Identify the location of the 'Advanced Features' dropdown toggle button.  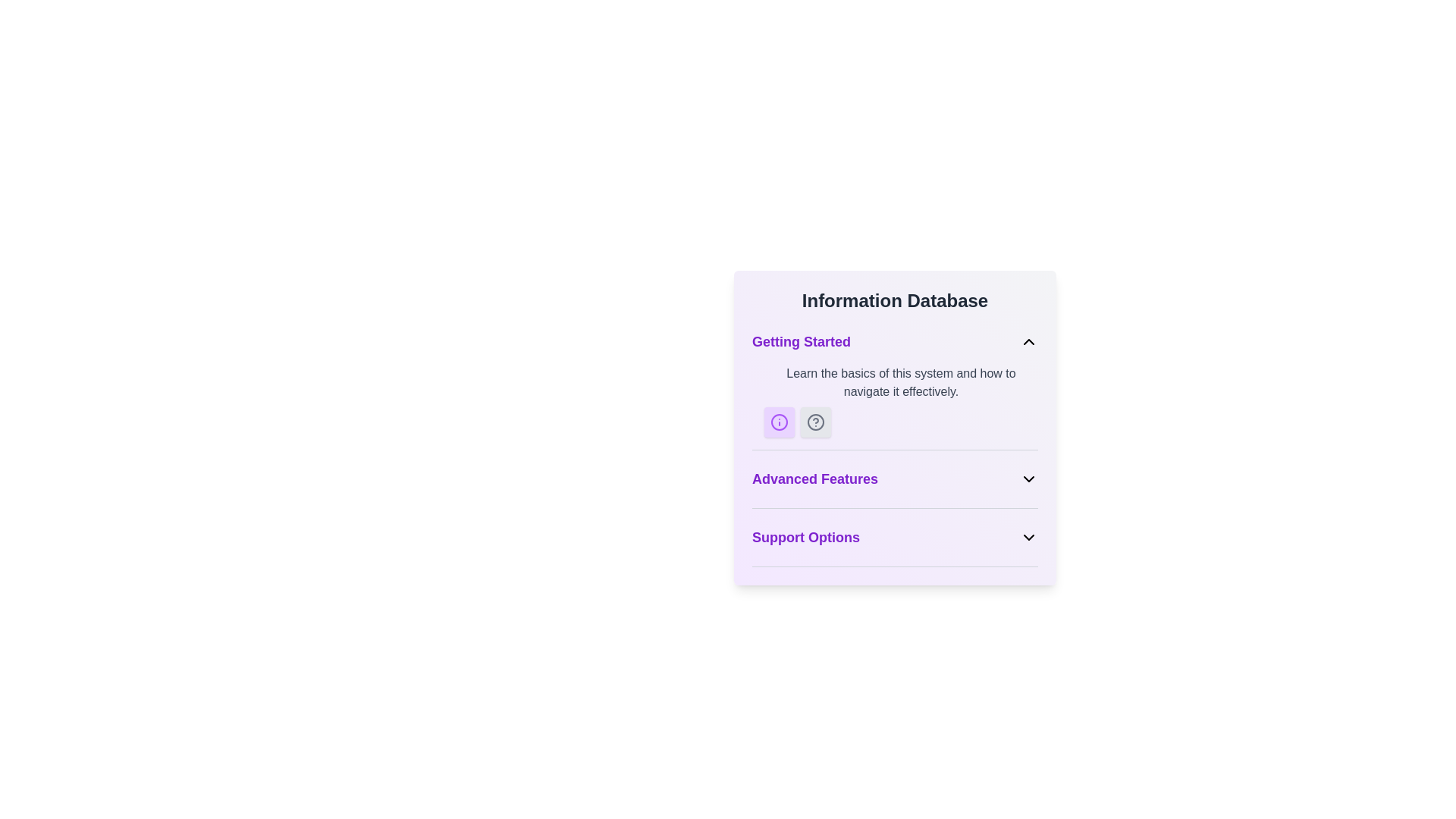
(895, 479).